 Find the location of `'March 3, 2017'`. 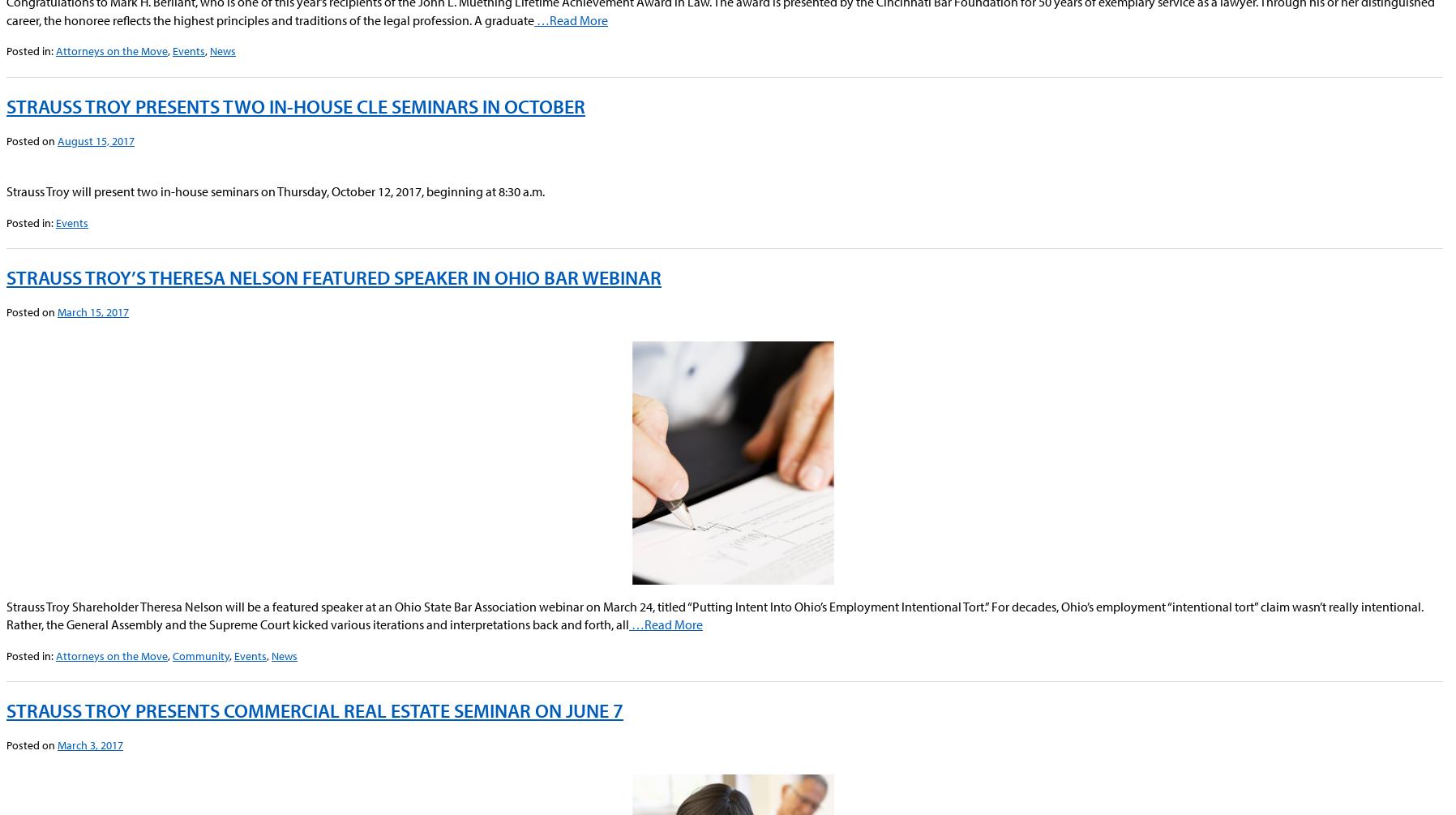

'March 3, 2017' is located at coordinates (89, 744).